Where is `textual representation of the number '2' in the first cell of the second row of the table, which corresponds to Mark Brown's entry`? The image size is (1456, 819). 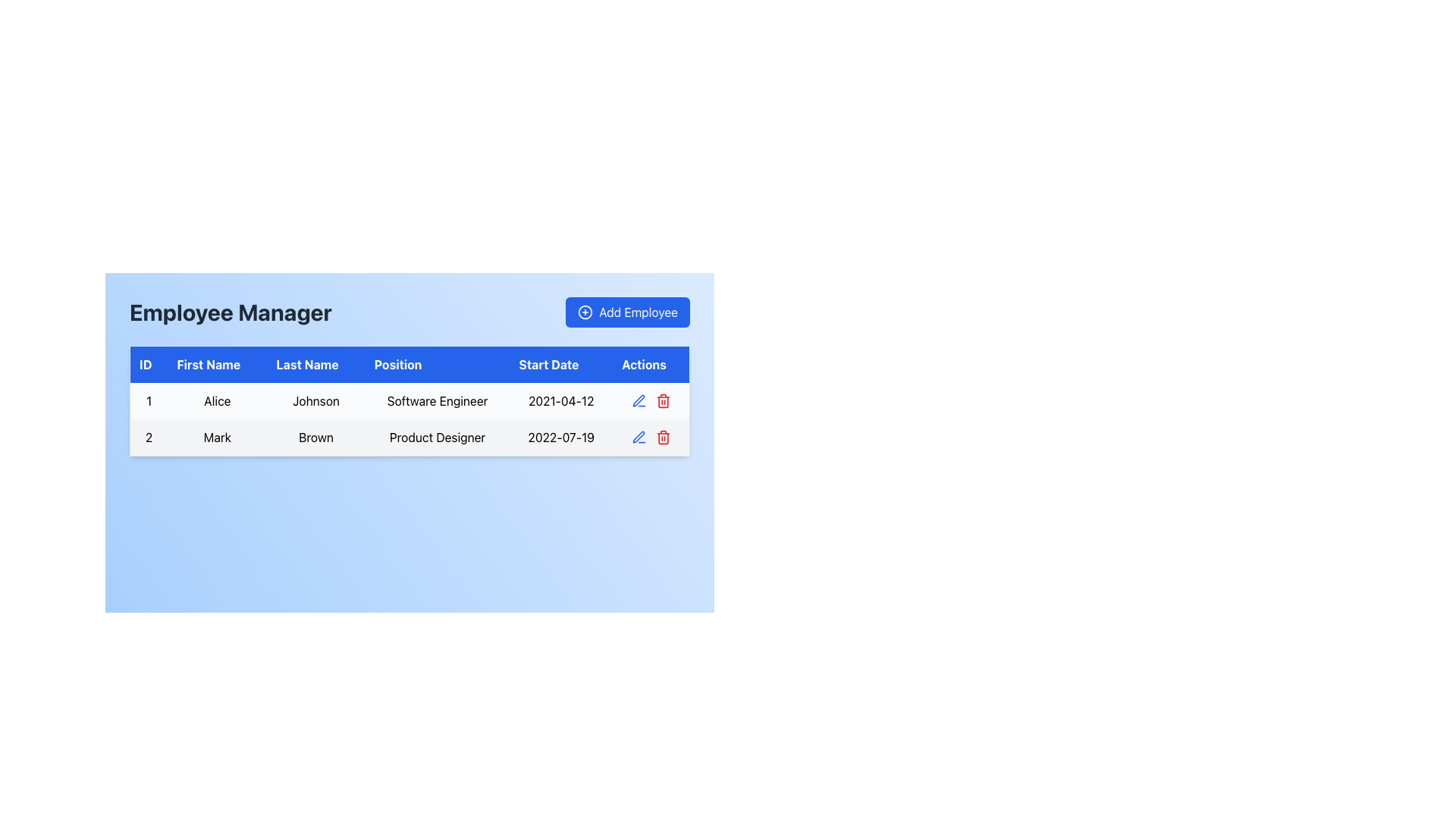 textual representation of the number '2' in the first cell of the second row of the table, which corresponds to Mark Brown's entry is located at coordinates (149, 438).